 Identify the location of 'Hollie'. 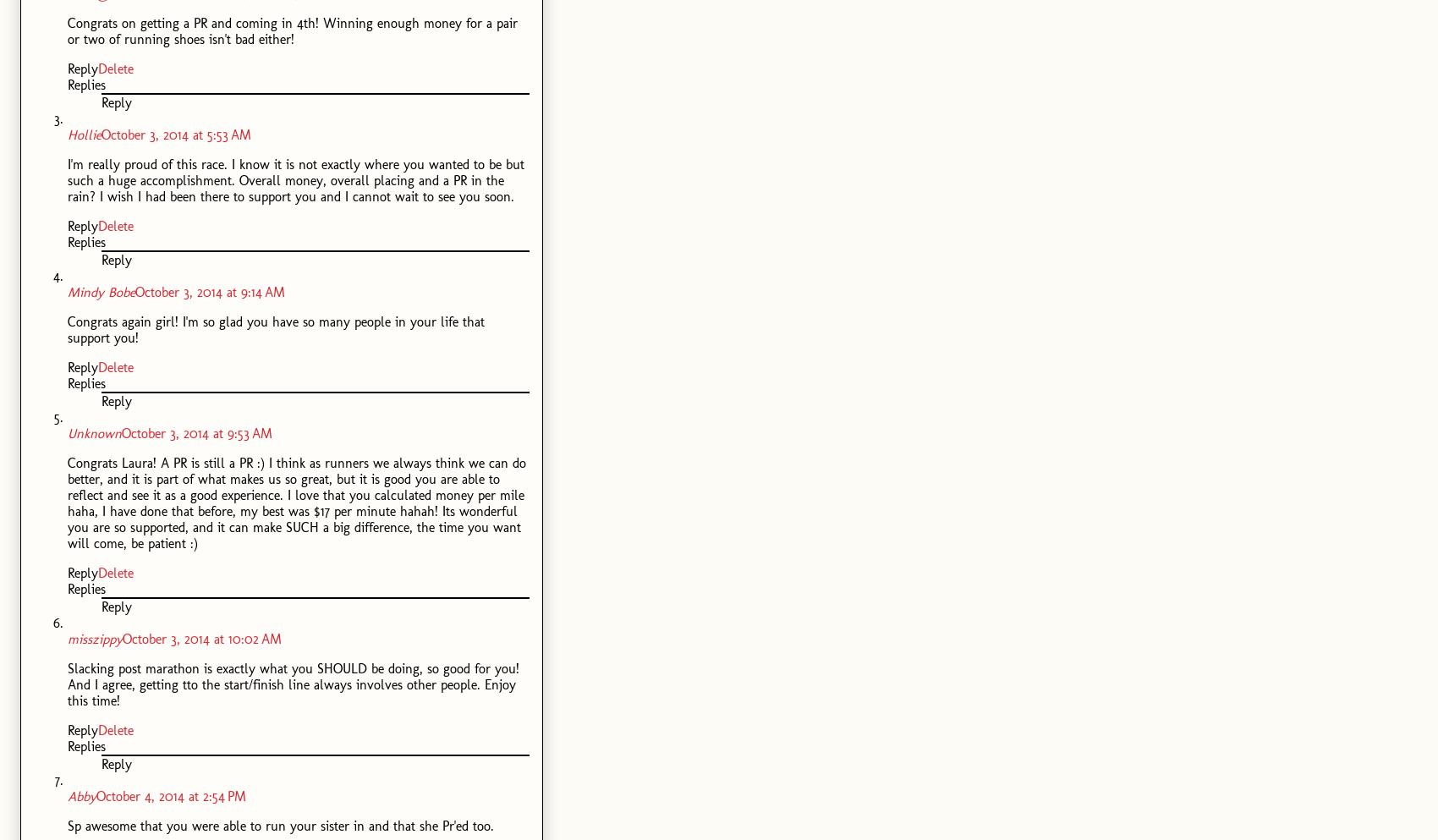
(84, 134).